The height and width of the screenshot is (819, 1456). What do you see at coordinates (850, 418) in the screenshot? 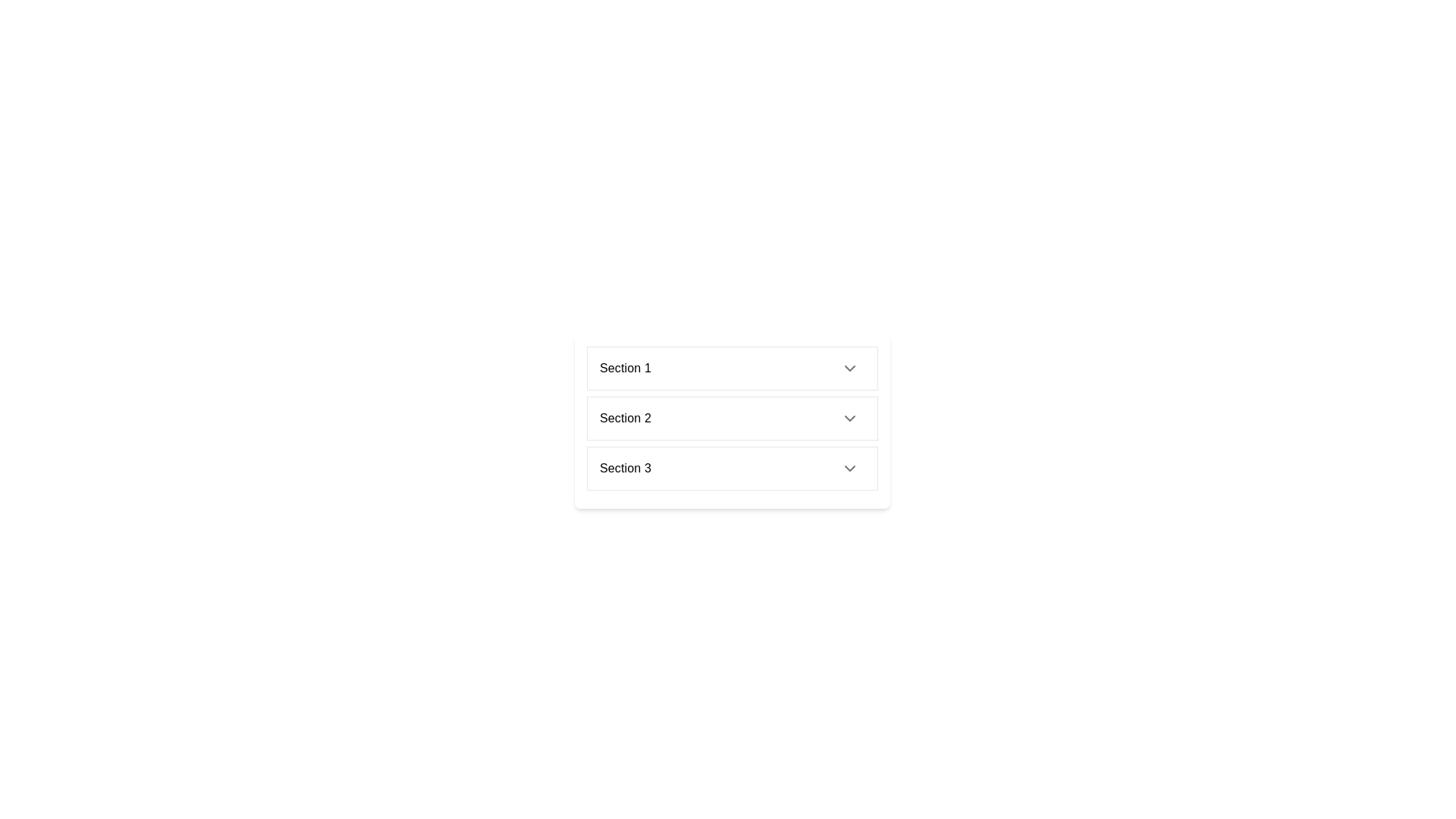
I see `the icon located to the right of the text label 'Section 2'` at bounding box center [850, 418].